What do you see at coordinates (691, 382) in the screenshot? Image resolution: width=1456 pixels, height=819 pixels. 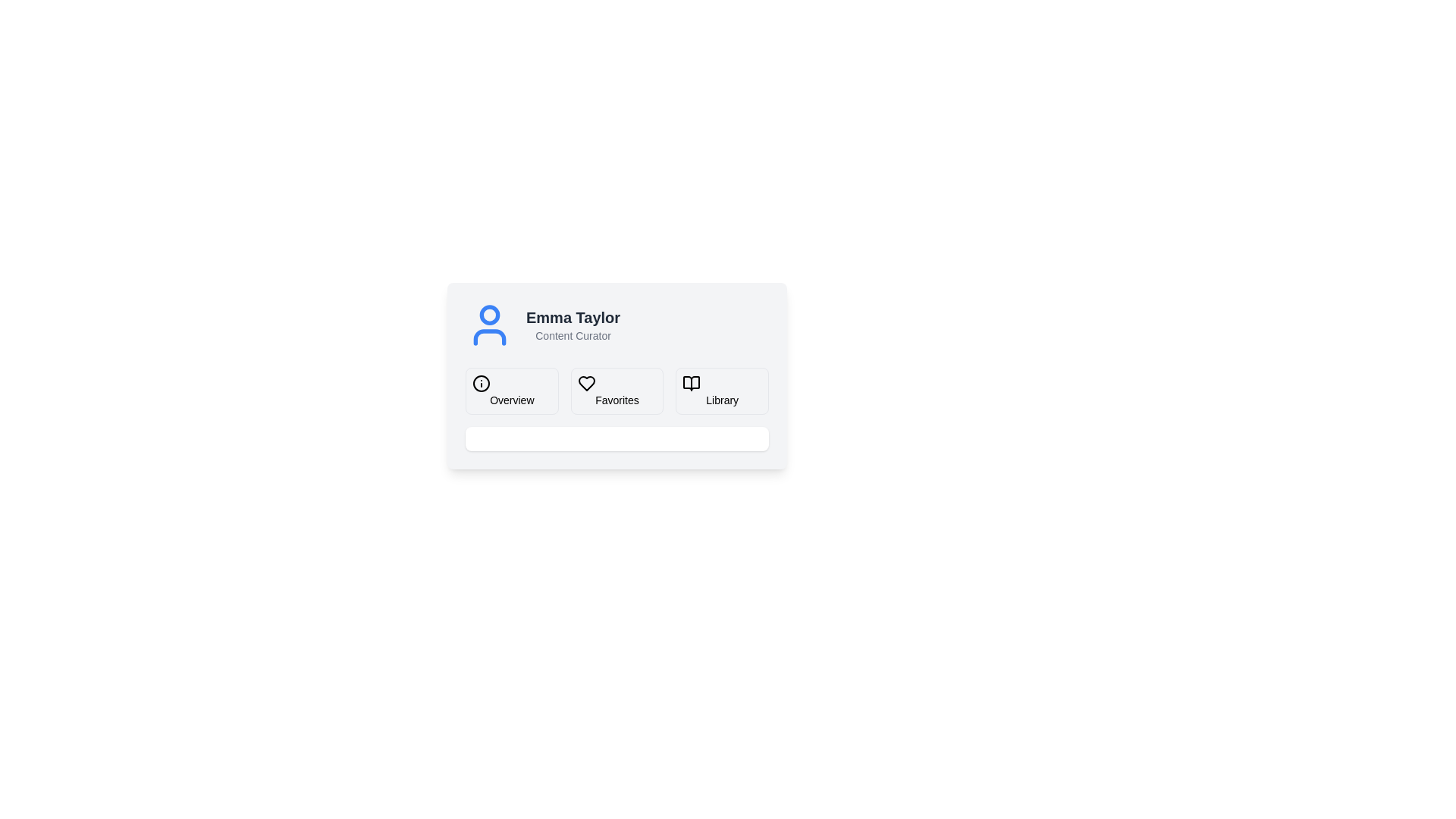 I see `the 'Library' button which contains a small SVG icon of an open book` at bounding box center [691, 382].